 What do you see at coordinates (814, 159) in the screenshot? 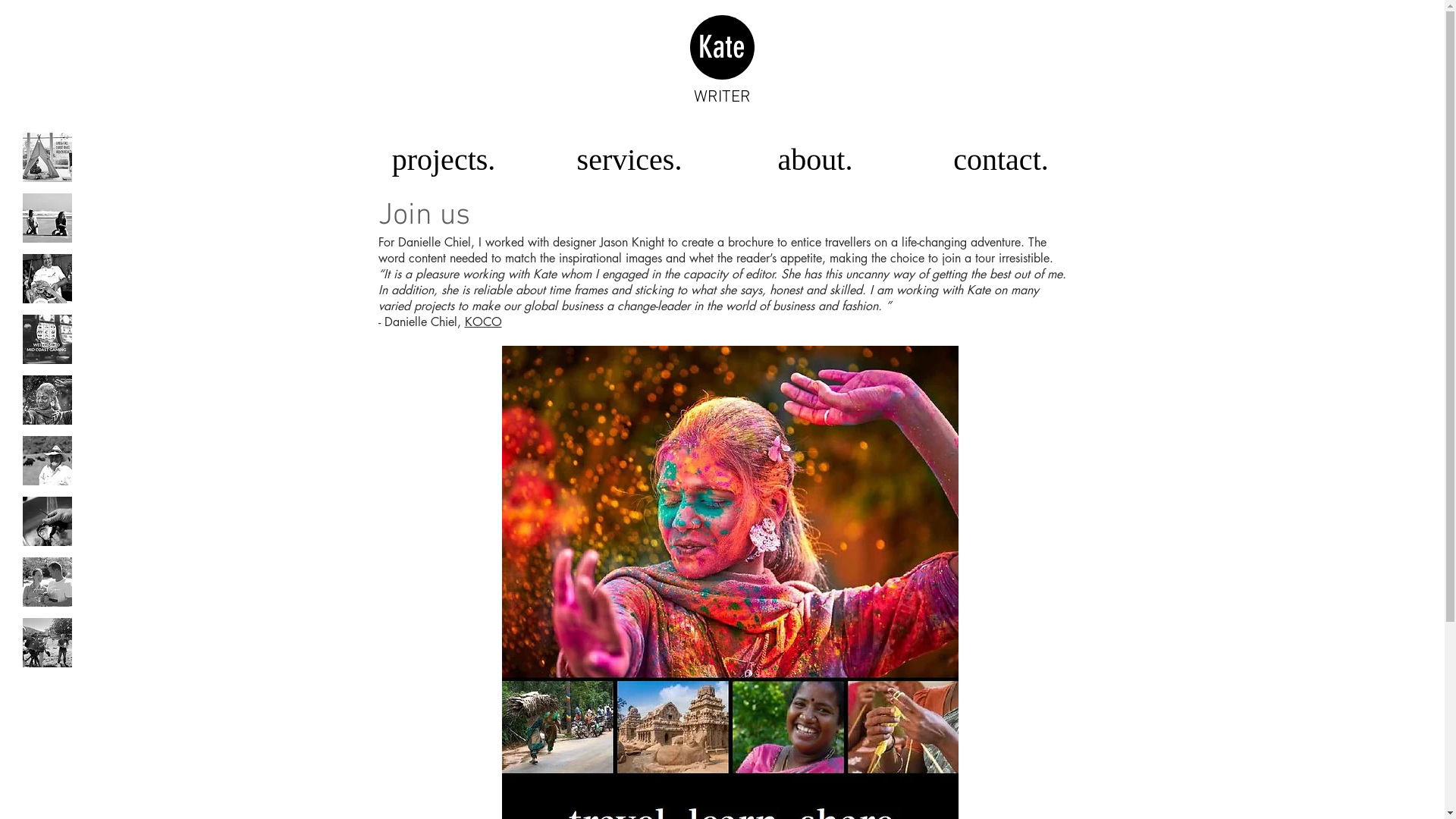
I see `'about.'` at bounding box center [814, 159].